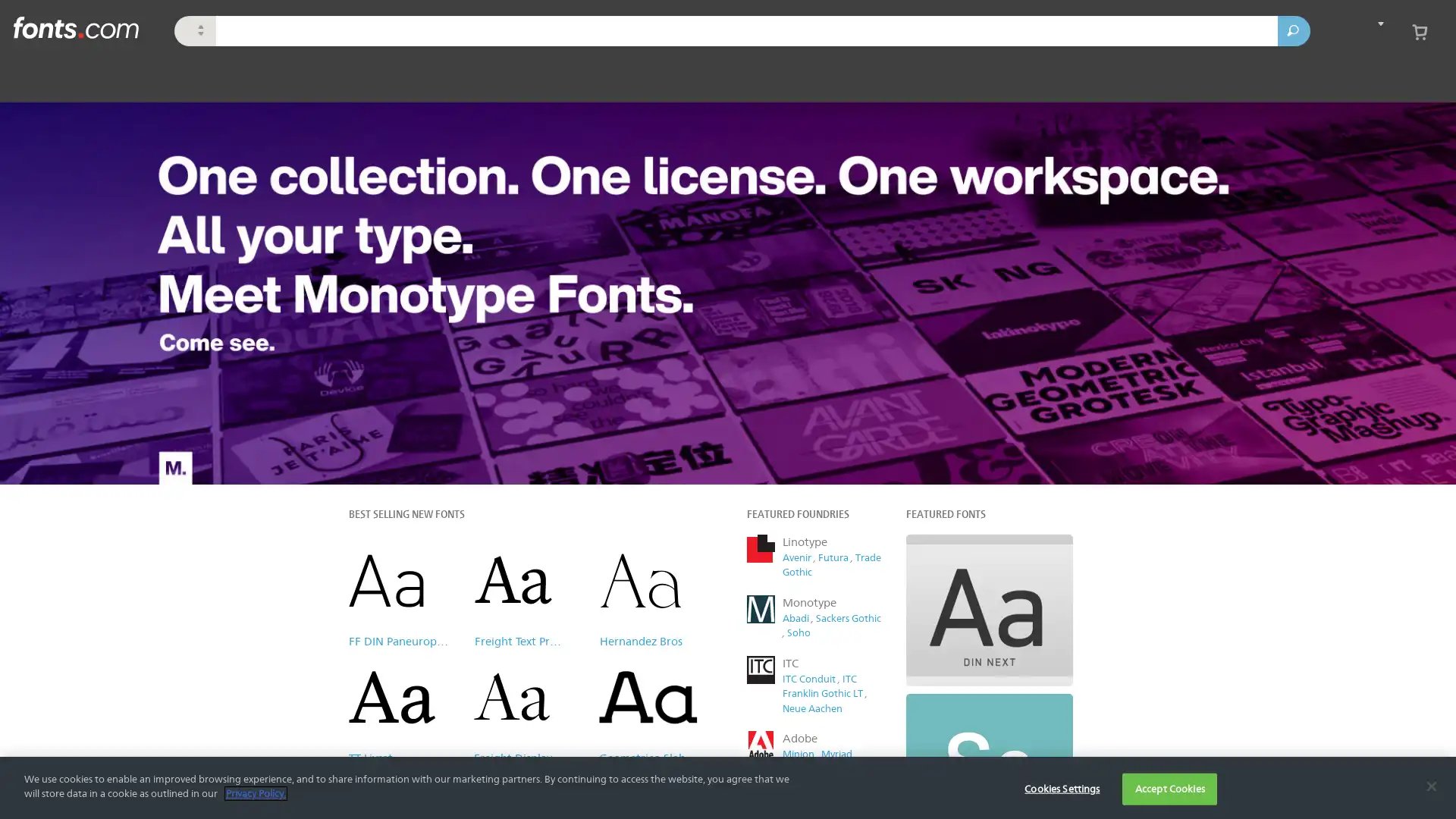 This screenshot has height=819, width=1456. I want to click on Search, so click(1293, 31).